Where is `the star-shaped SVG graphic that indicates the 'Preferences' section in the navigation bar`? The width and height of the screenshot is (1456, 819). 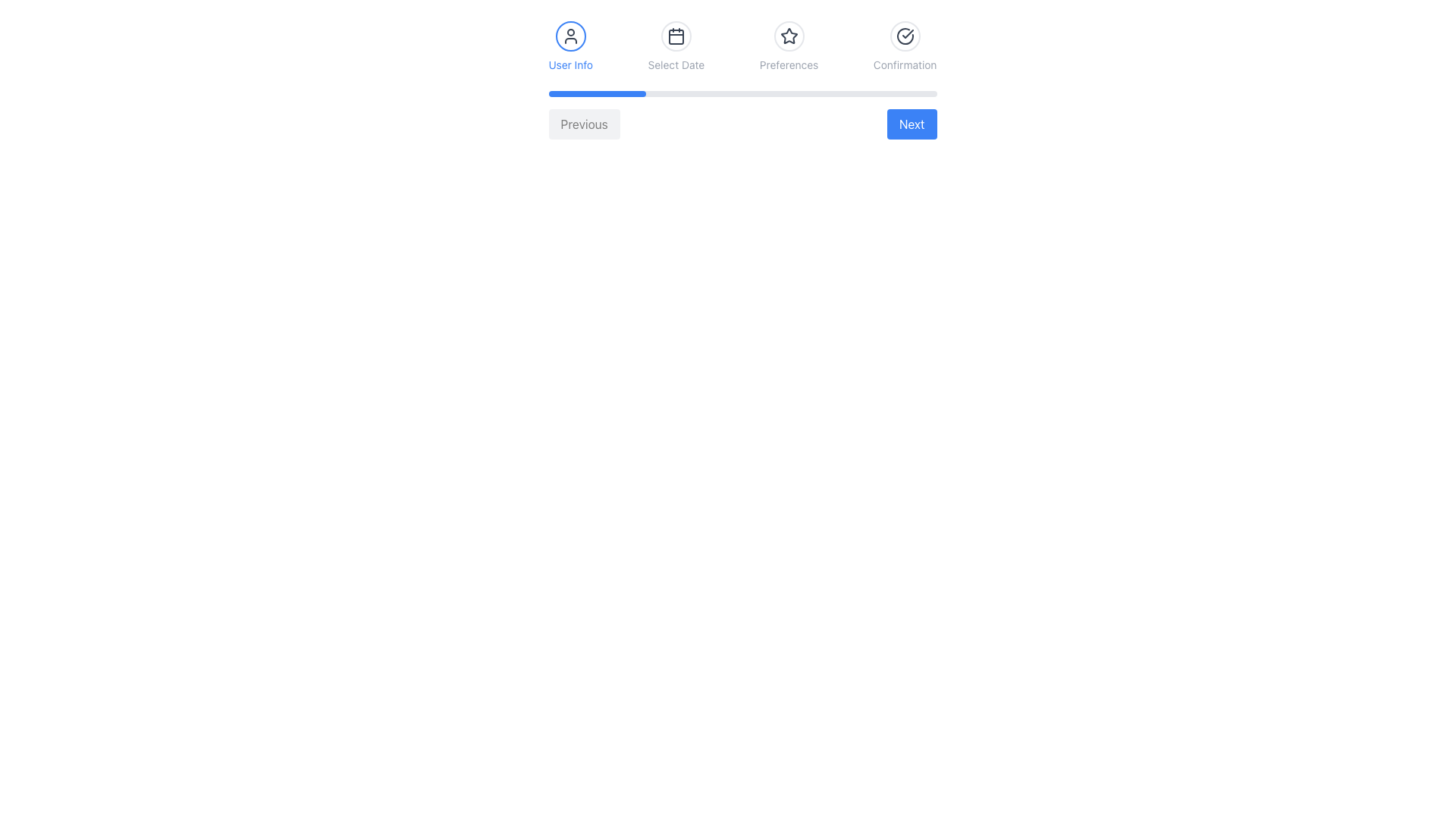
the star-shaped SVG graphic that indicates the 'Preferences' section in the navigation bar is located at coordinates (789, 35).